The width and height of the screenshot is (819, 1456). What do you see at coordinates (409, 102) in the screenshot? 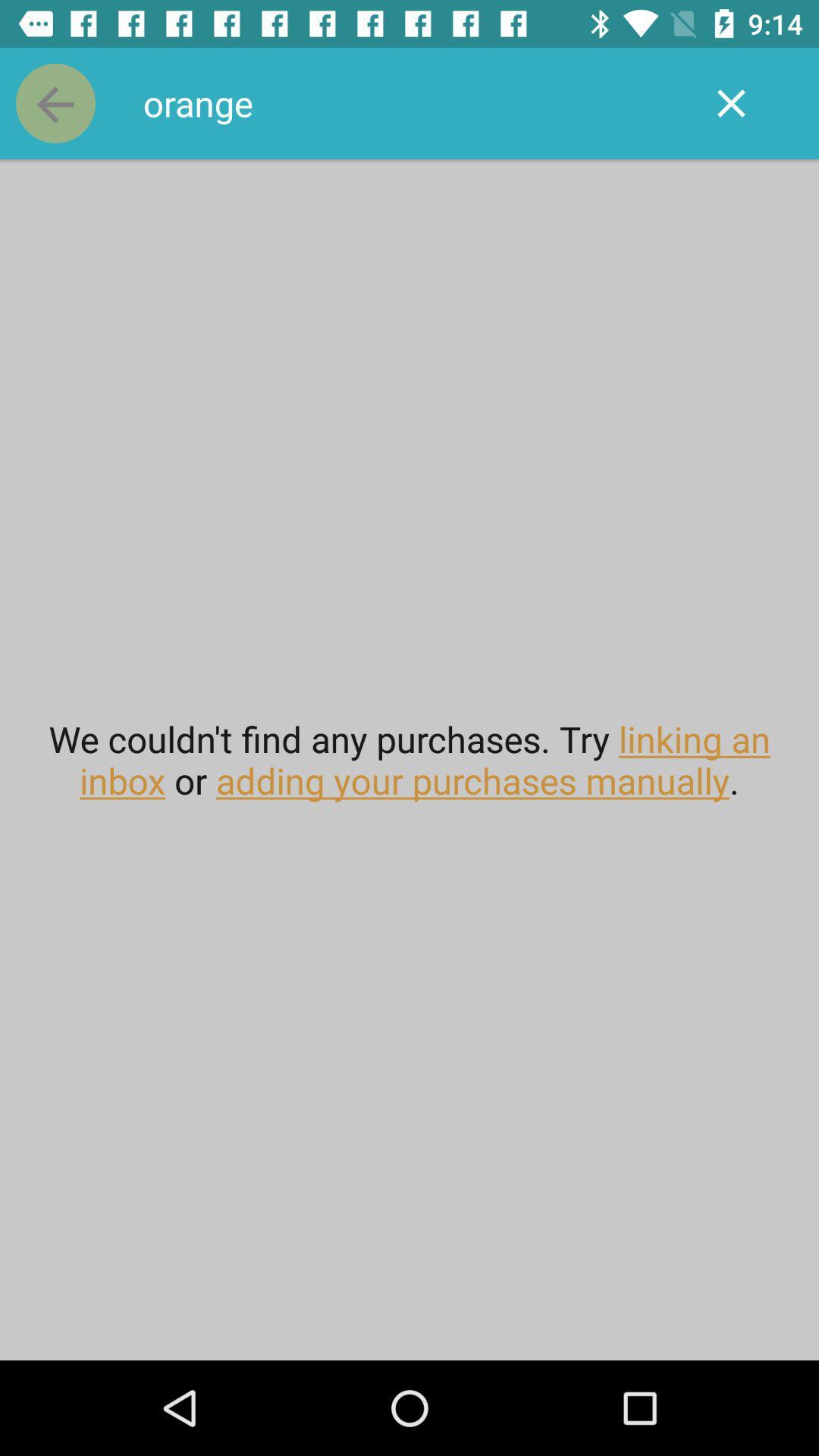
I see `the orange item` at bounding box center [409, 102].